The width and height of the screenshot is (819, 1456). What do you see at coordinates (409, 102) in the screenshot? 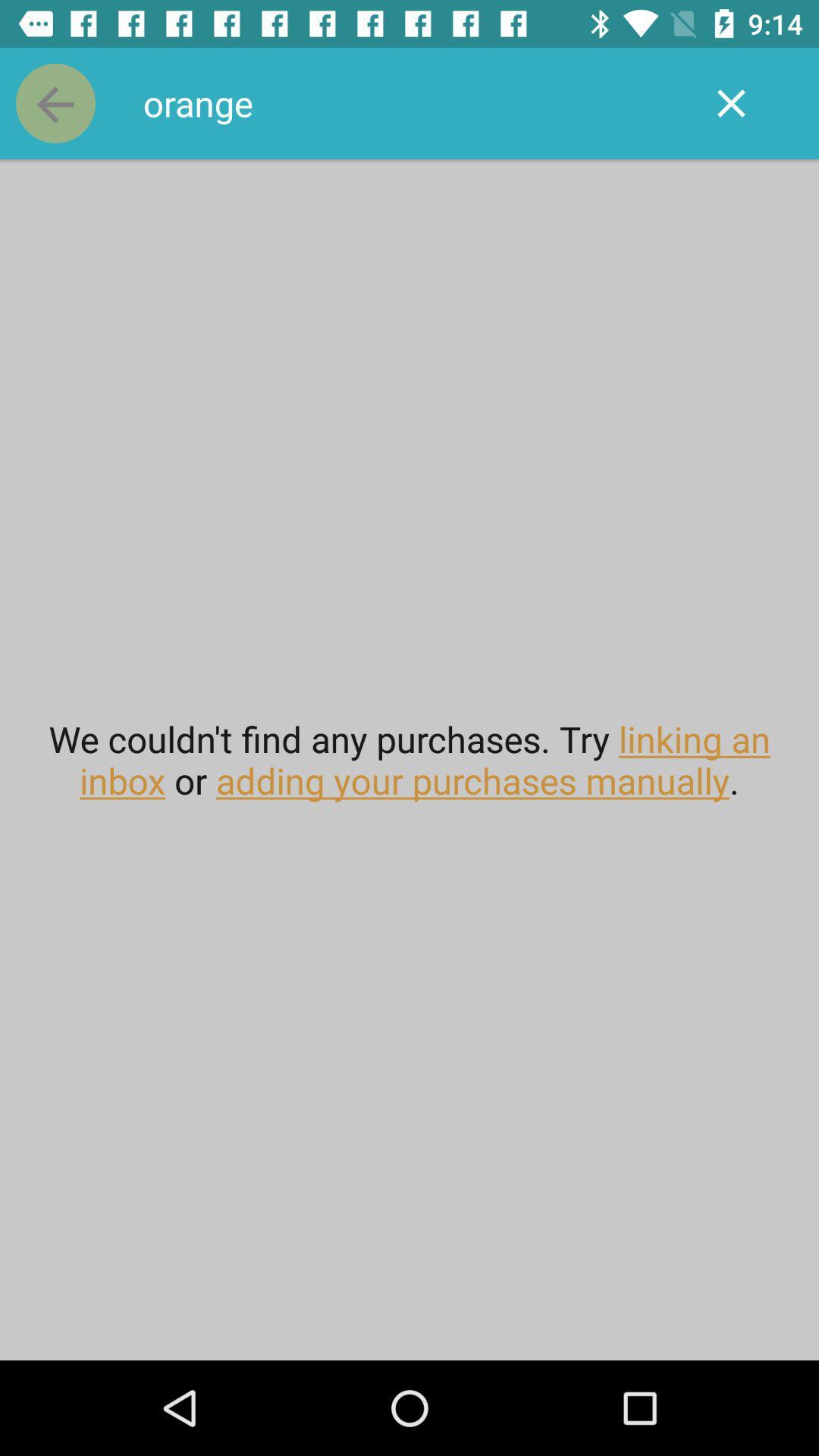
I see `the orange item` at bounding box center [409, 102].